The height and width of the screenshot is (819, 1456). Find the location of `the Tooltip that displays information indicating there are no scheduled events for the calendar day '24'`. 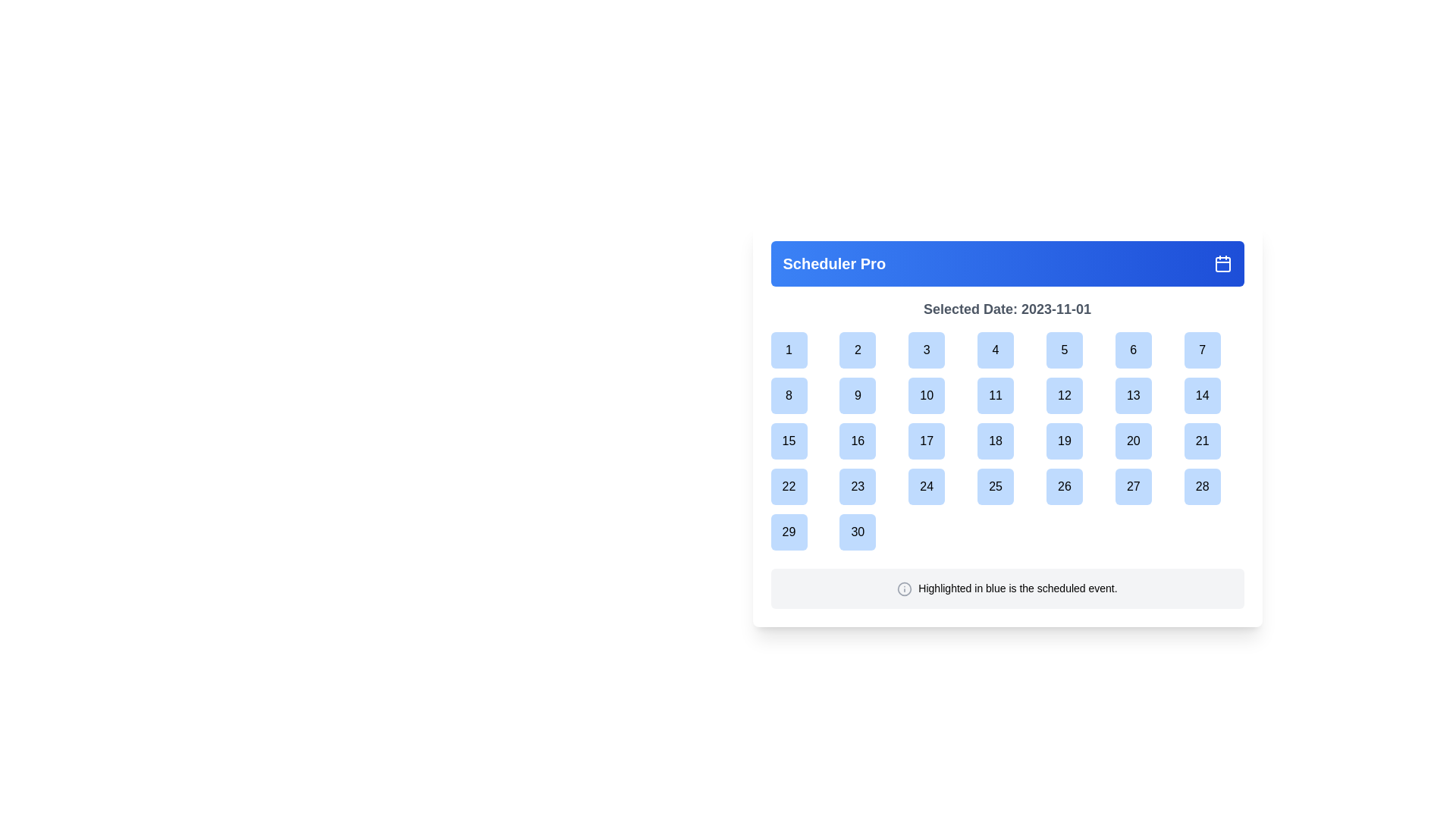

the Tooltip that displays information indicating there are no scheduled events for the calendar day '24' is located at coordinates (940, 516).